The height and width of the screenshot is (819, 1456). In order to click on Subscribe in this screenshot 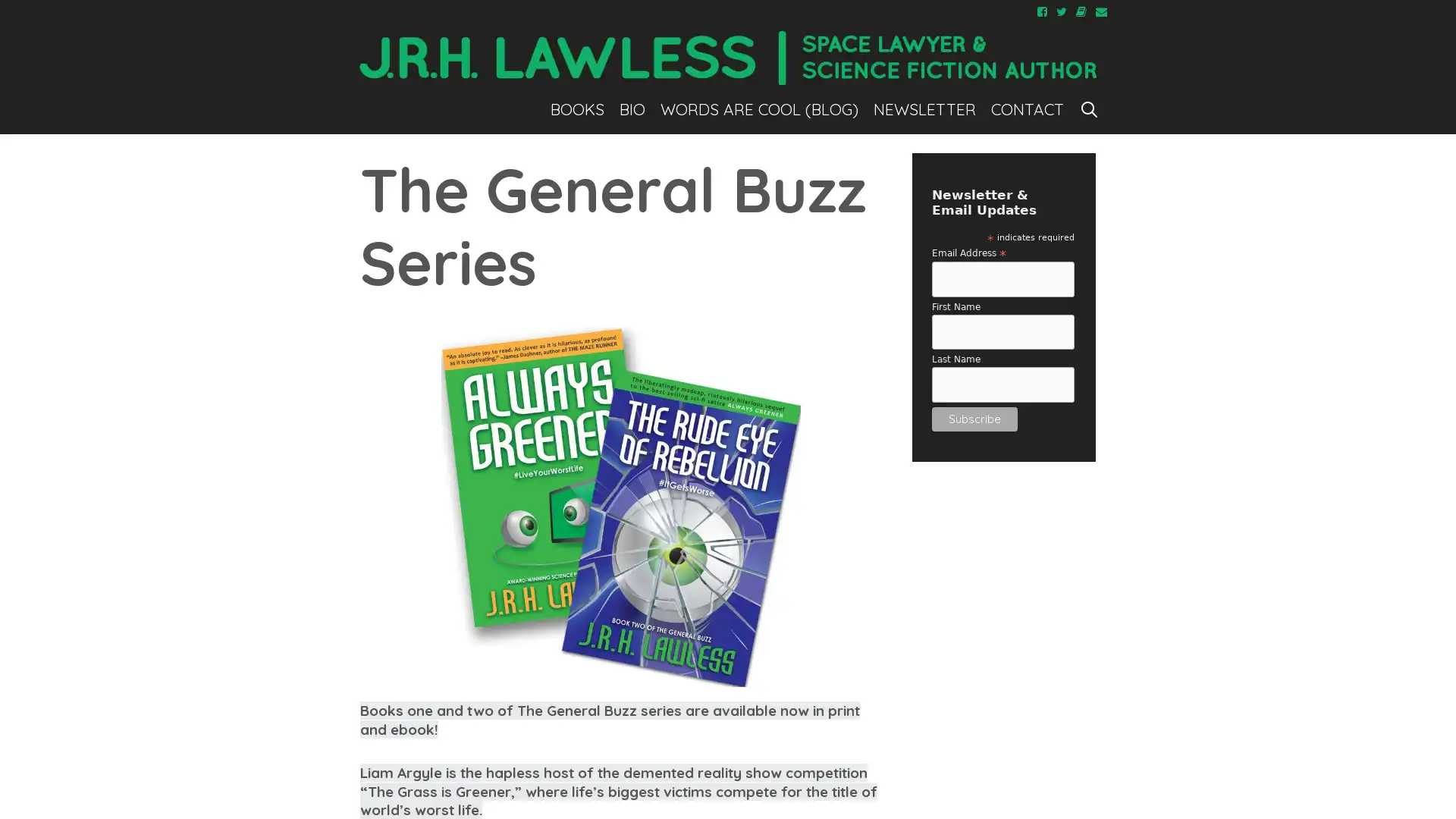, I will do `click(974, 418)`.